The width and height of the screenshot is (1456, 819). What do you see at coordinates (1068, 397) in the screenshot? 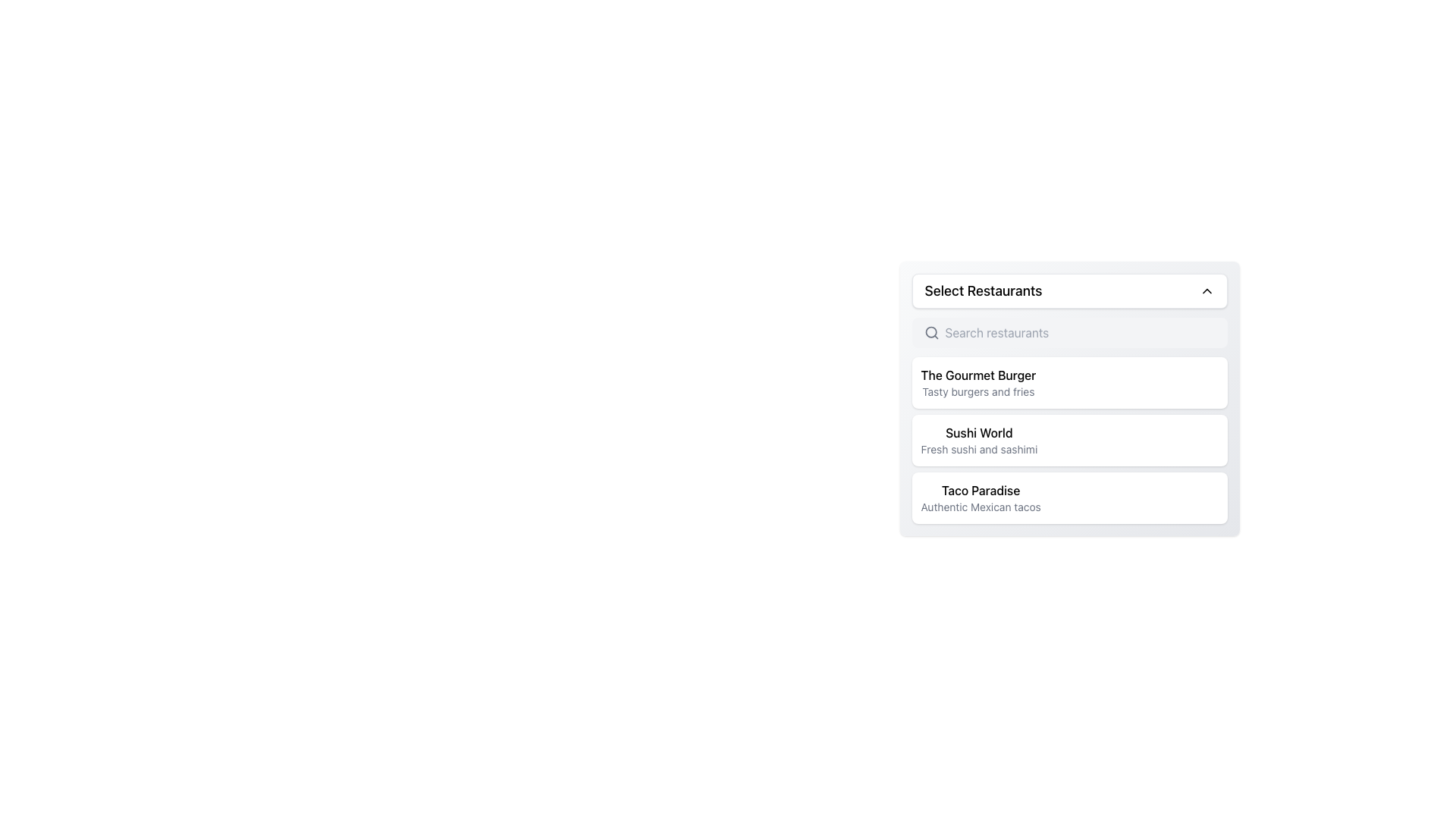
I see `the selectable list item 'The Gourmet Burger' which is the first option in the restaurant selection card` at bounding box center [1068, 397].